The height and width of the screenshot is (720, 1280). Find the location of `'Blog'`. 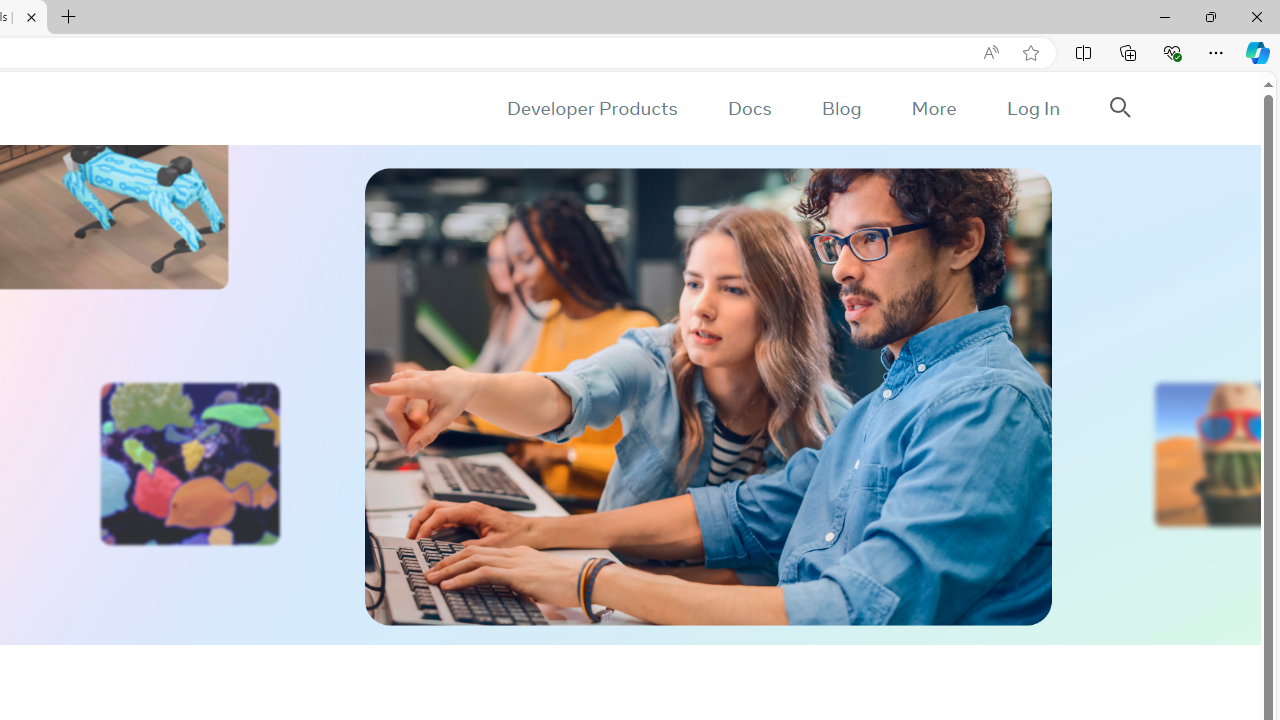

'Blog' is located at coordinates (841, 108).